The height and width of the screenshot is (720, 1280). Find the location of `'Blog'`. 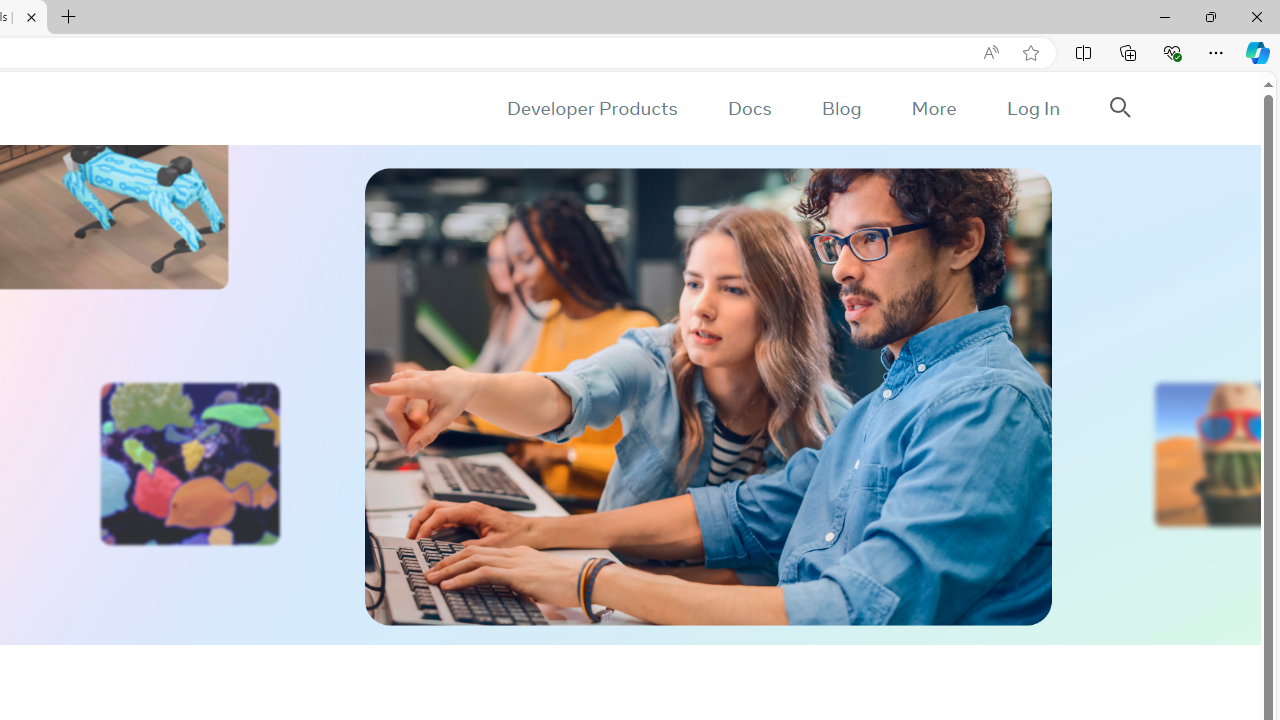

'Blog' is located at coordinates (841, 108).